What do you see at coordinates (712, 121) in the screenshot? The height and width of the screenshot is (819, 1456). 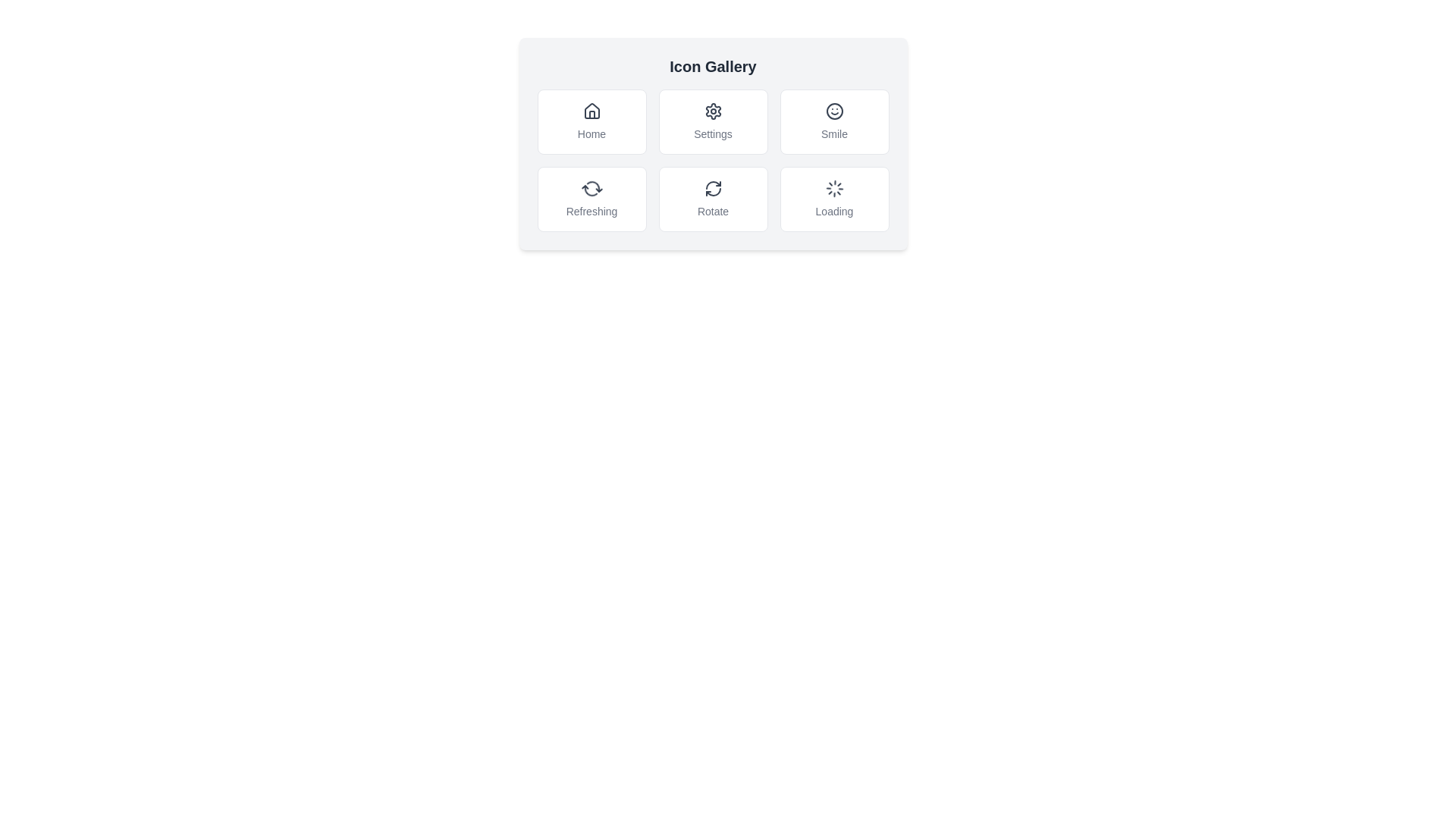 I see `the settings card element, which is a rectangular card with a gear icon and the text 'Settings' below it, located in the second position of the first row in a grid layout` at bounding box center [712, 121].